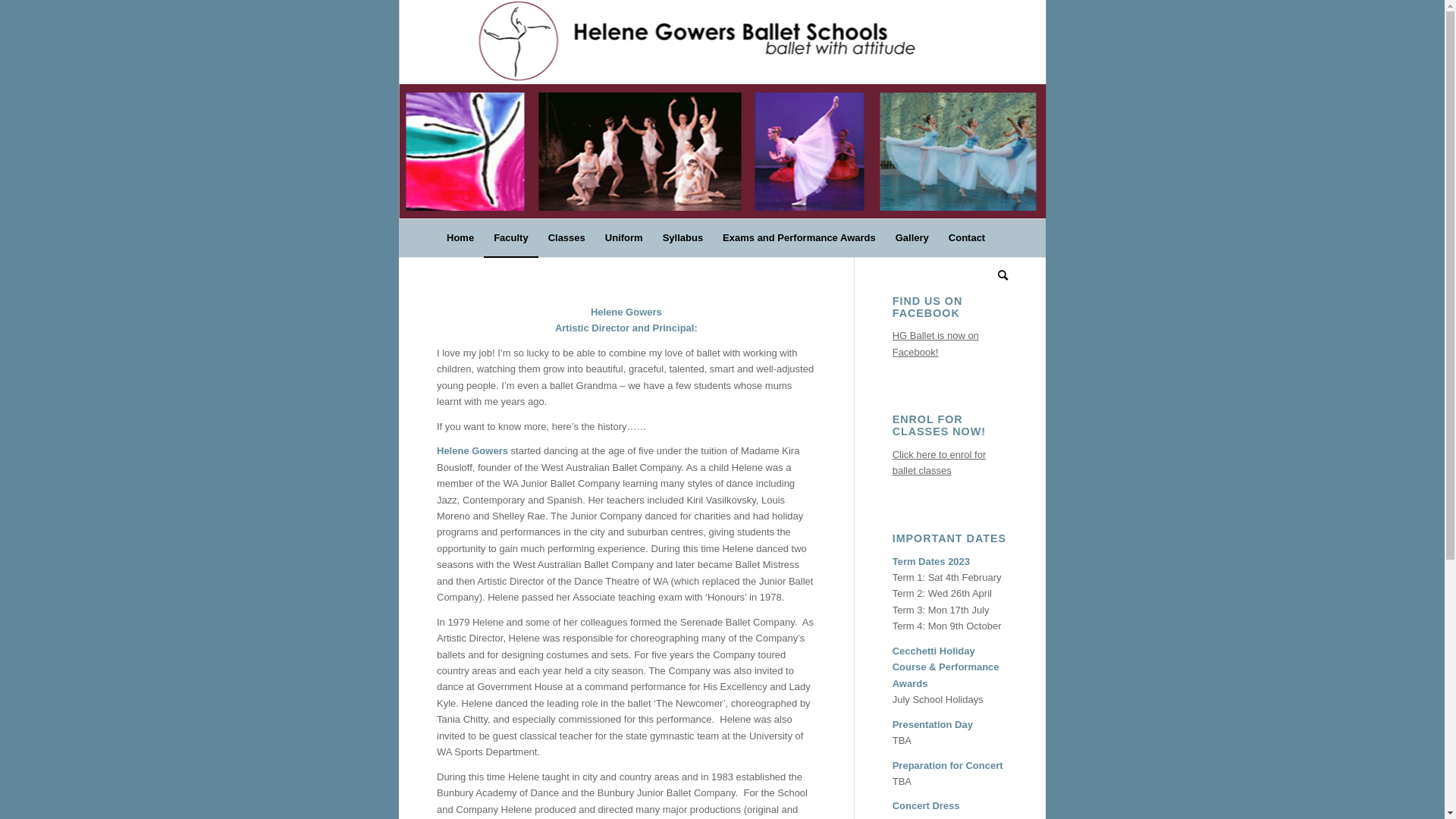 The width and height of the screenshot is (1456, 819). I want to click on 'Home', so click(459, 237).